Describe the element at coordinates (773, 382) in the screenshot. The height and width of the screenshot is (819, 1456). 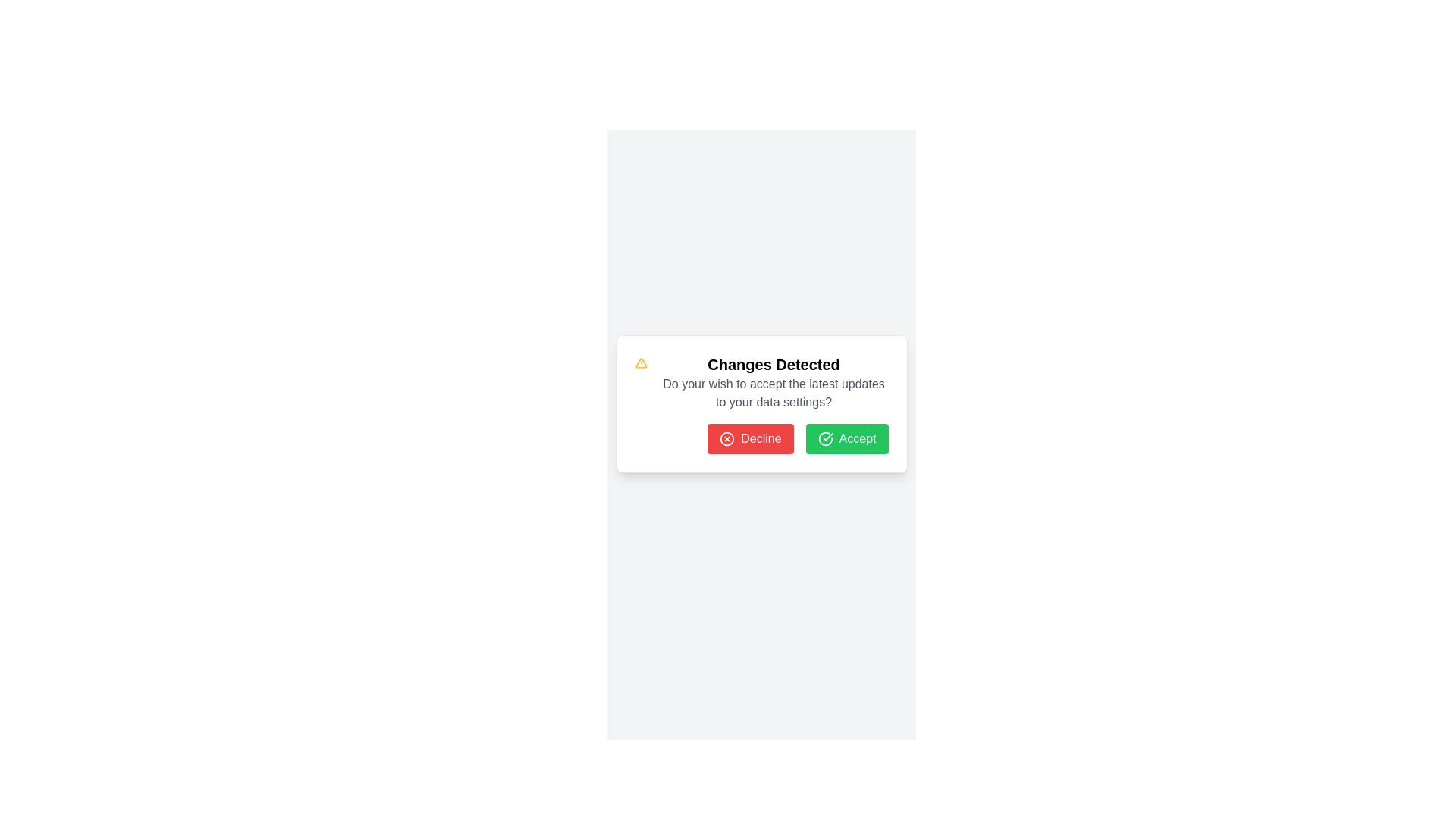
I see `text of the centered label that displays 'Changes Detected.' and 'Do your wish to accept the latest updates to your data settings?'` at that location.